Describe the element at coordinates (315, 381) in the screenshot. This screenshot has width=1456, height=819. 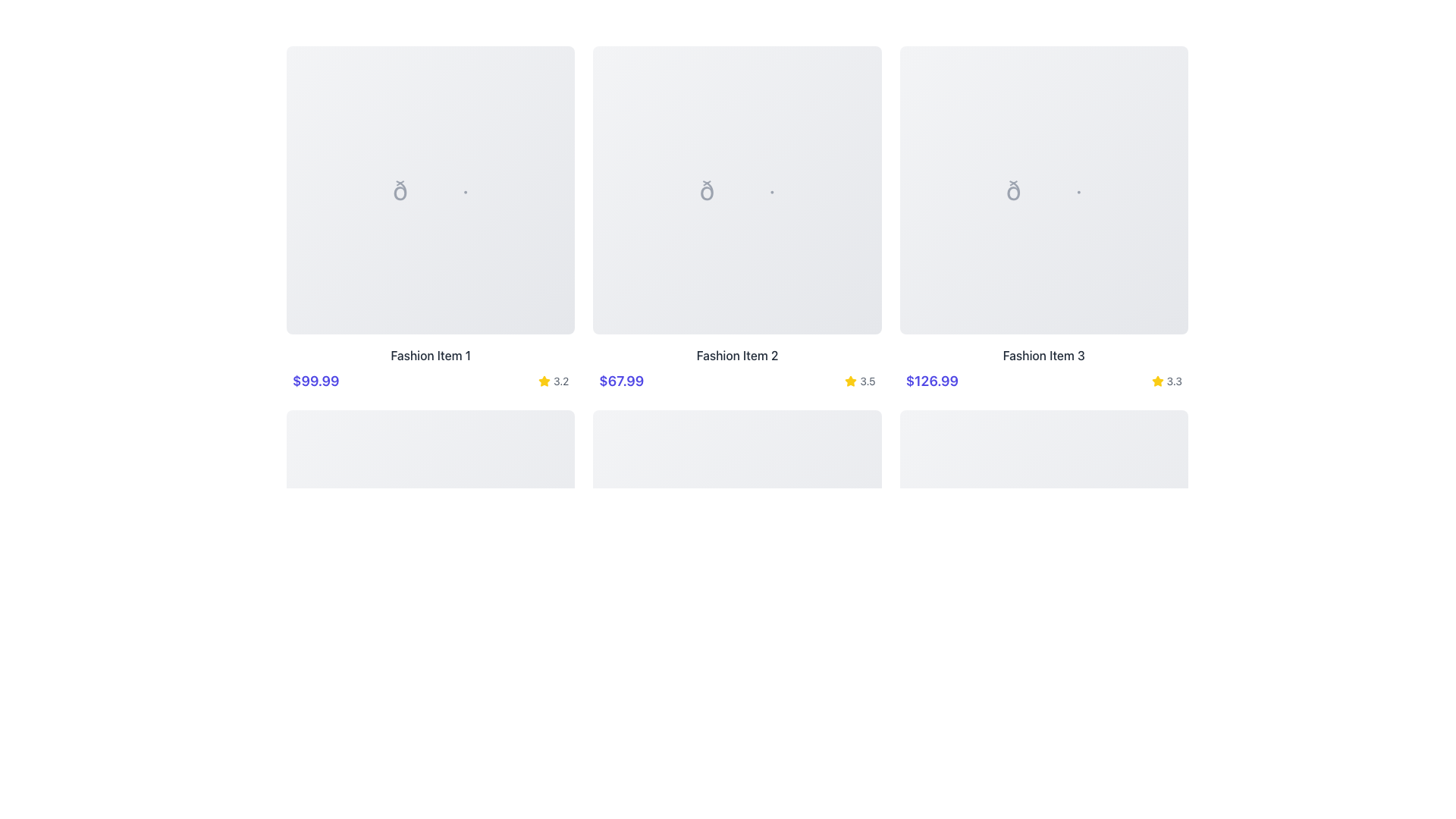
I see `the bold, indigo-colored label displaying '$99.99', which is located in the first column of a grid layout, directly below an image placeholder and above 'Fashion Item 1'` at that location.